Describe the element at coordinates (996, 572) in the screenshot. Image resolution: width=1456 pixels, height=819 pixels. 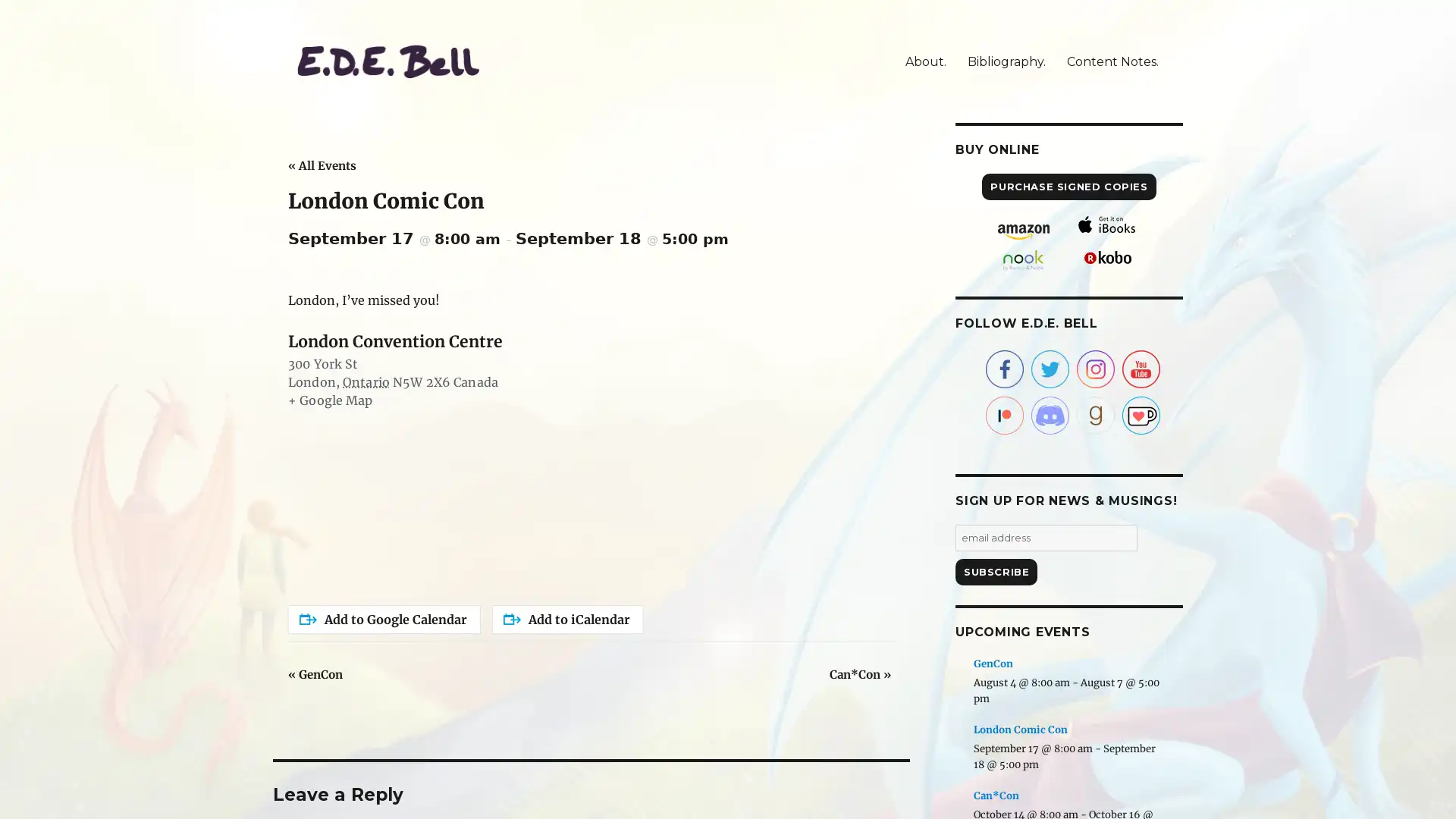
I see `Subscribe` at that location.